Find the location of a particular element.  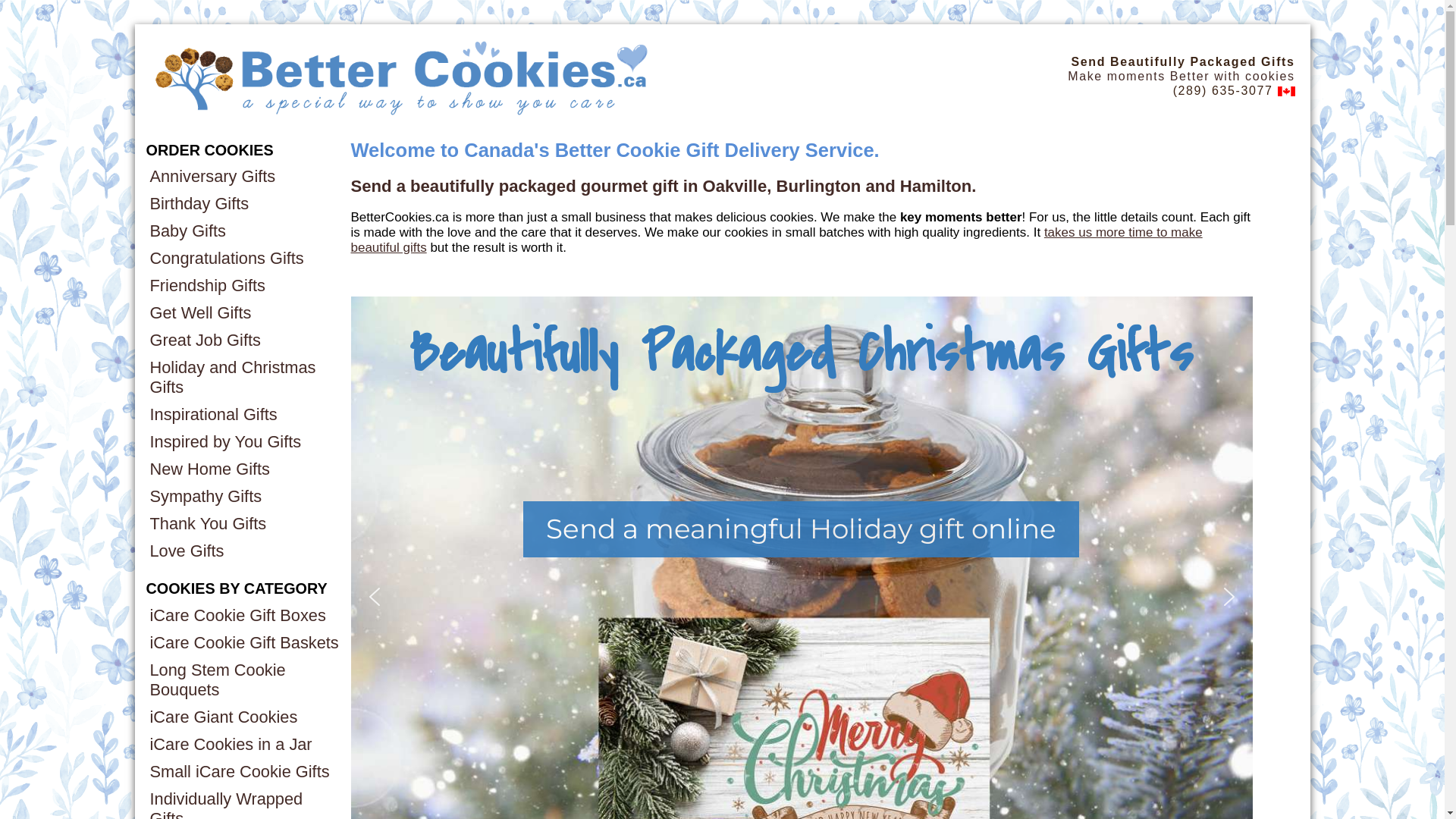

'Sympathy Gifts' is located at coordinates (146, 497).